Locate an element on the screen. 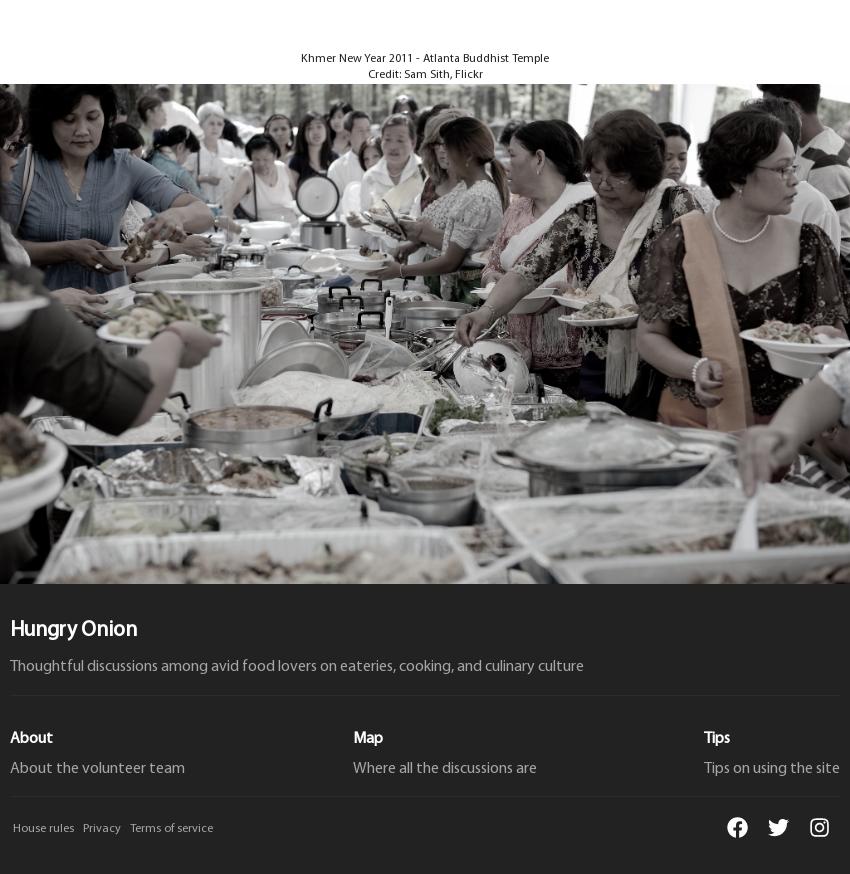  'Map' is located at coordinates (366, 737).